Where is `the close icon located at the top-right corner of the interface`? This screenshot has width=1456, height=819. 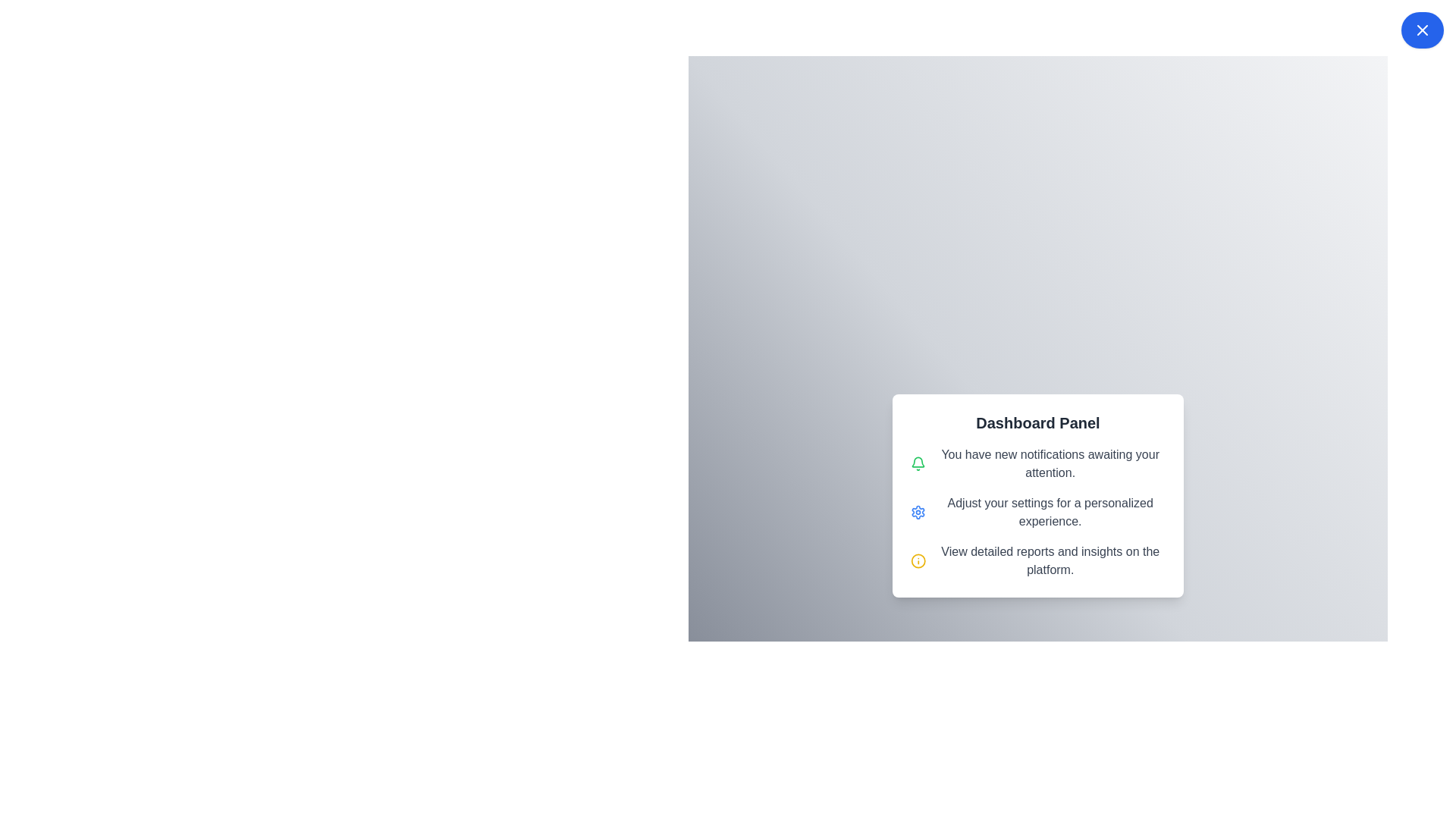
the close icon located at the top-right corner of the interface is located at coordinates (1422, 30).